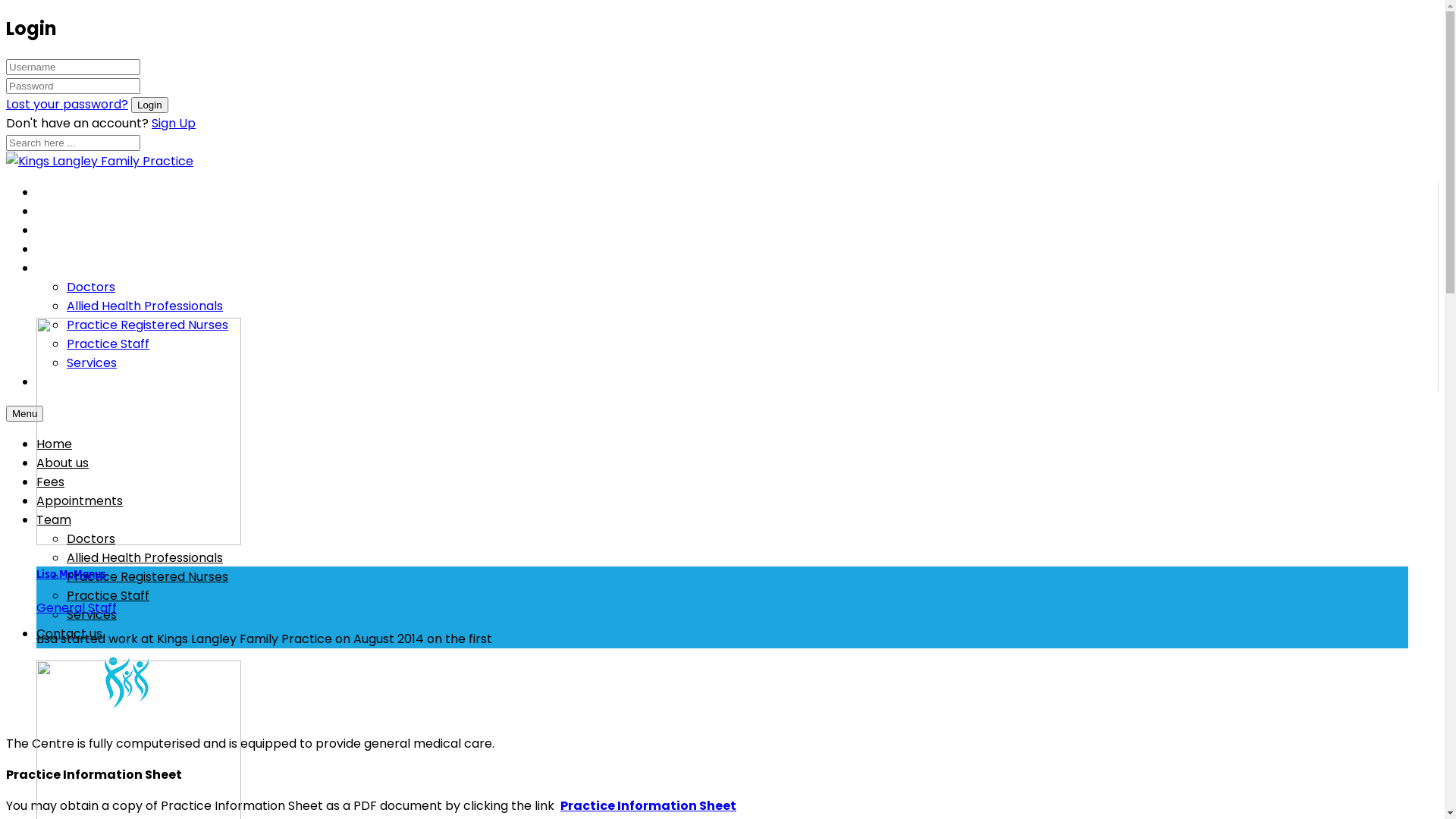 This screenshot has width=1456, height=819. I want to click on 'Doctors', so click(90, 287).